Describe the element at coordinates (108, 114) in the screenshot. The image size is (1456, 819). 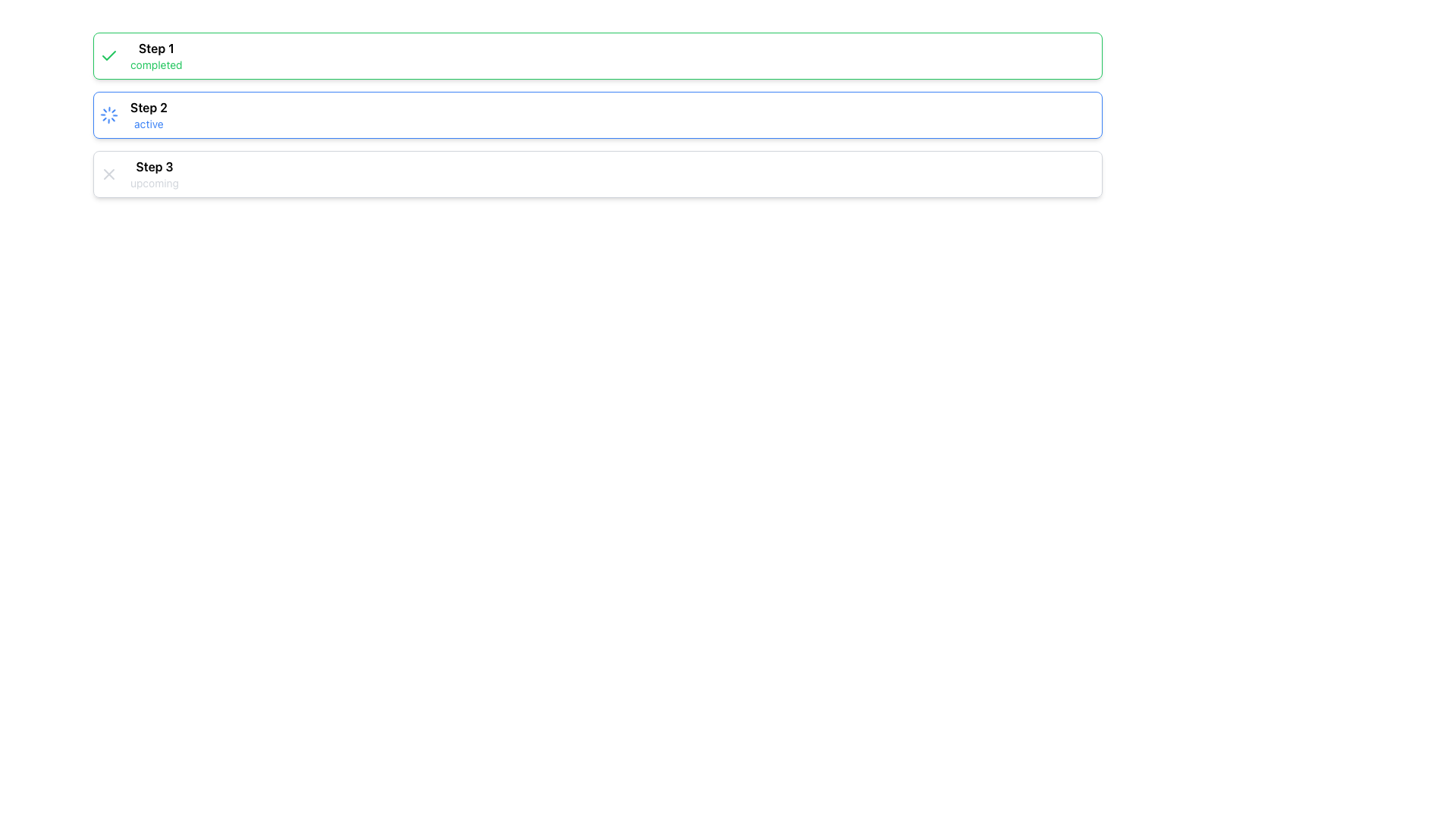
I see `the blue circular spinner icon indicating the loading state in the 'Step 2' section of the step indicator UI` at that location.